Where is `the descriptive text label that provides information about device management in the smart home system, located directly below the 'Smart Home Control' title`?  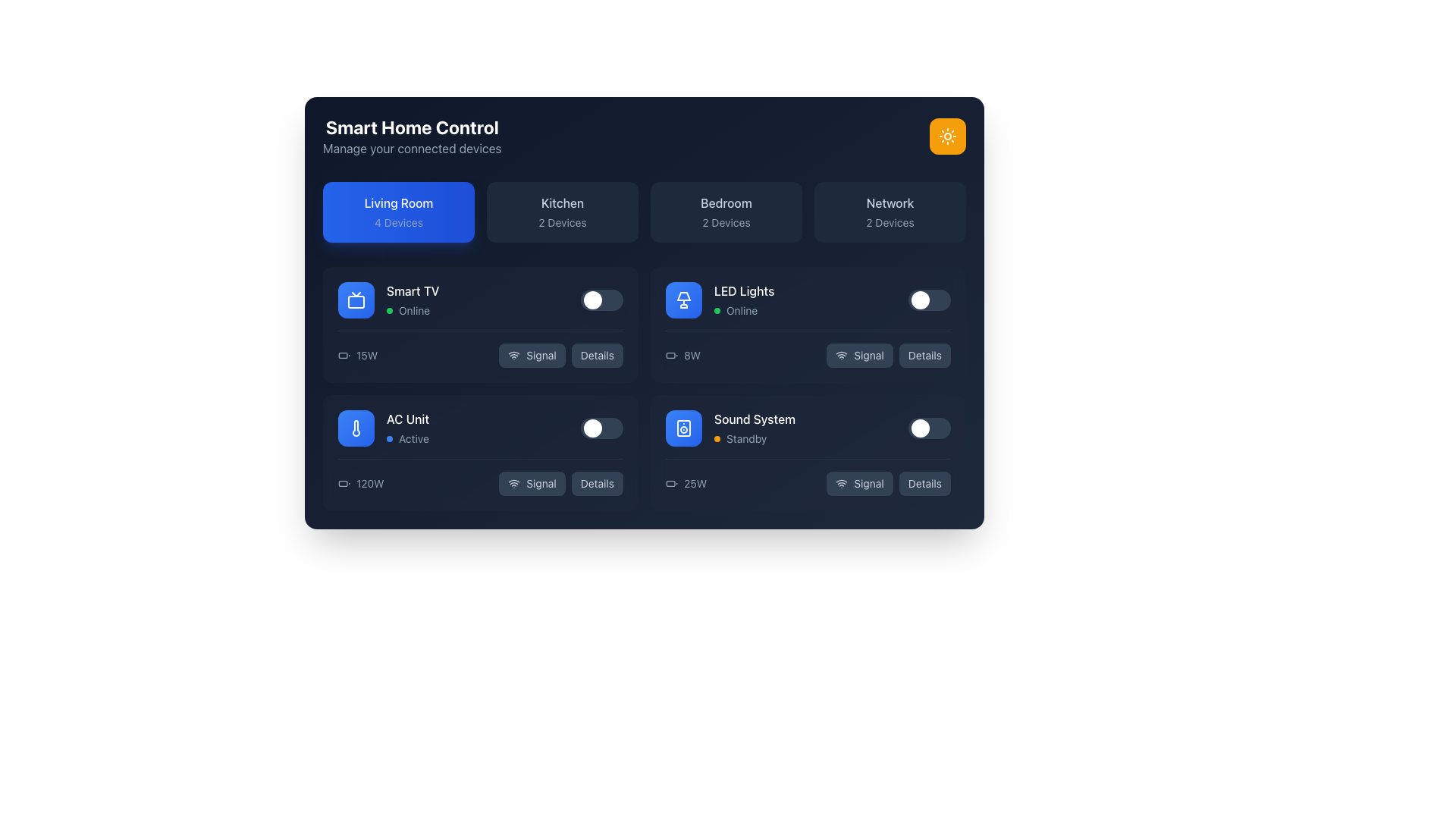
the descriptive text label that provides information about device management in the smart home system, located directly below the 'Smart Home Control' title is located at coordinates (412, 149).